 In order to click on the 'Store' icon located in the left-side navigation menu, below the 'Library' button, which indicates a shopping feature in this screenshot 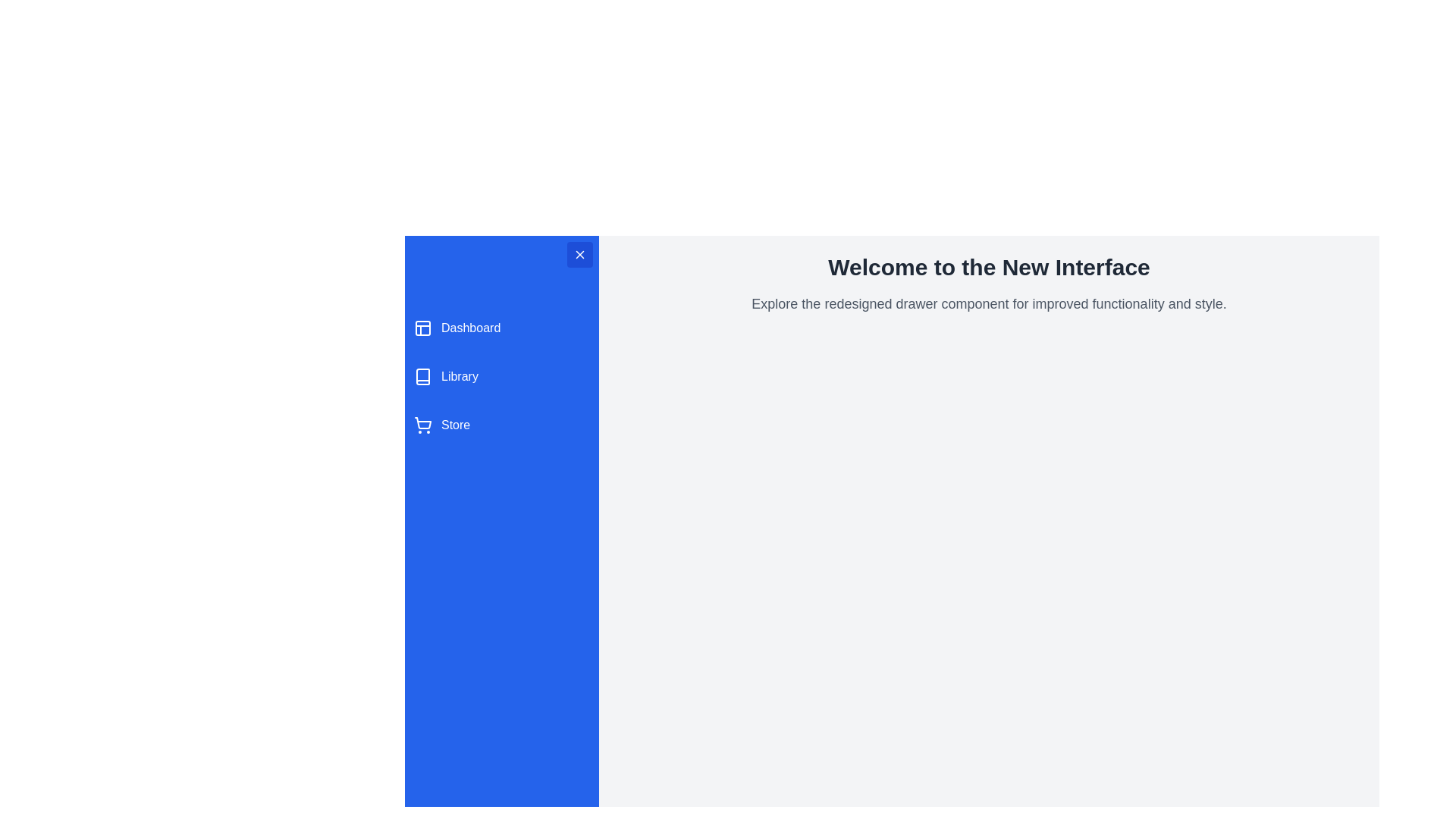, I will do `click(422, 425)`.